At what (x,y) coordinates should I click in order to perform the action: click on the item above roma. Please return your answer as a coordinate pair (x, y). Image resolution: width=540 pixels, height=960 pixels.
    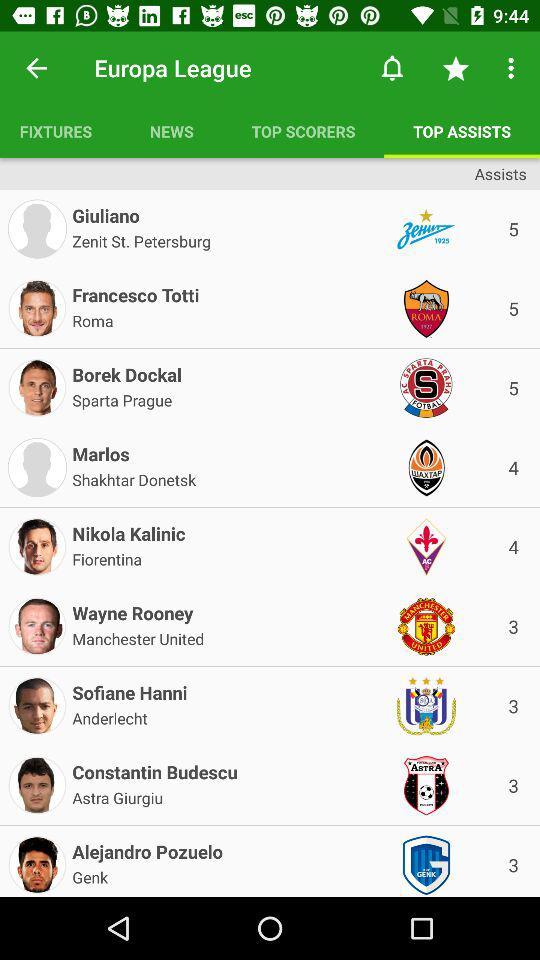
    Looking at the image, I should click on (135, 290).